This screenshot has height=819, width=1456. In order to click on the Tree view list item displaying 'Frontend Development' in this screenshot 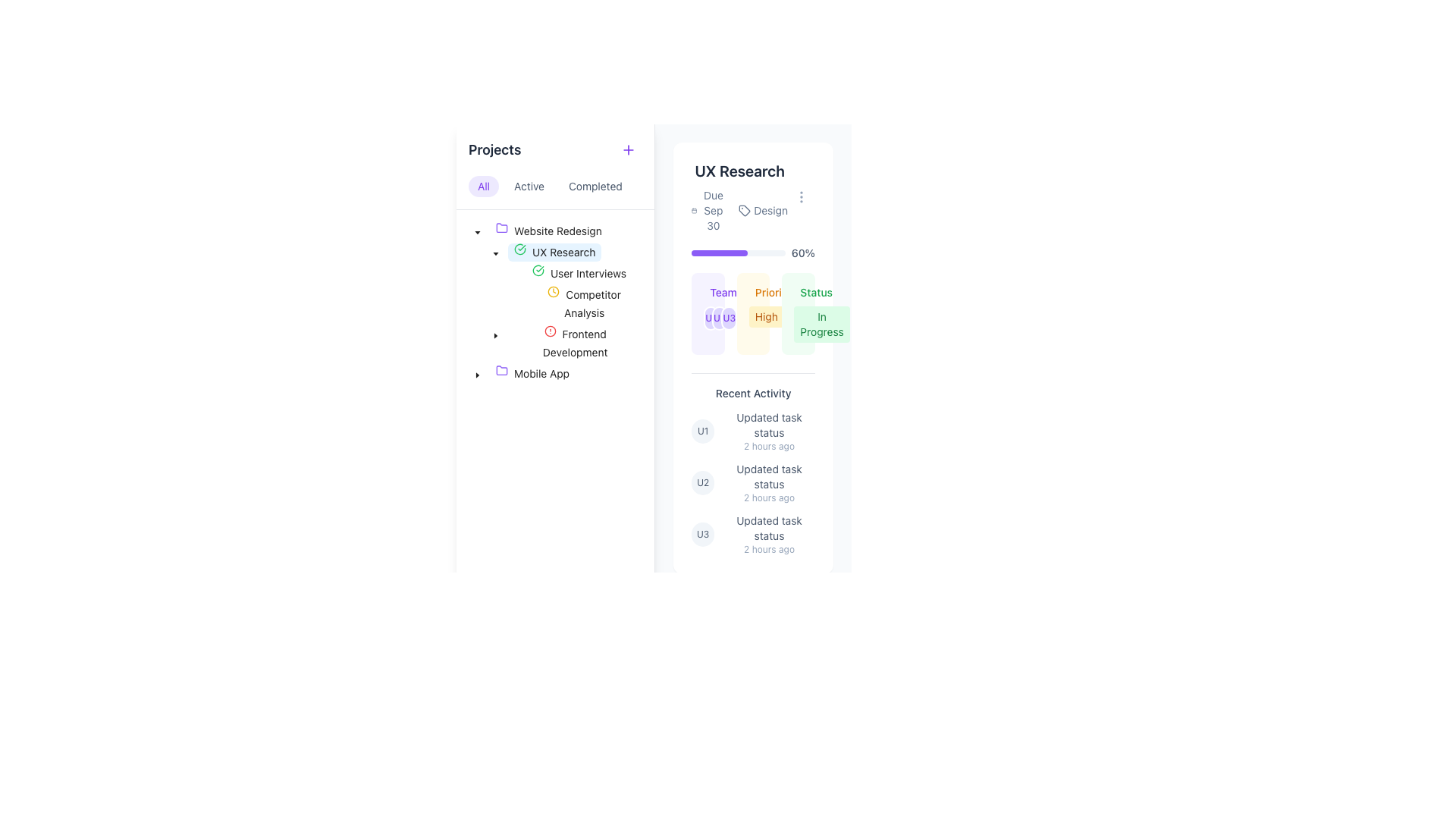, I will do `click(554, 343)`.